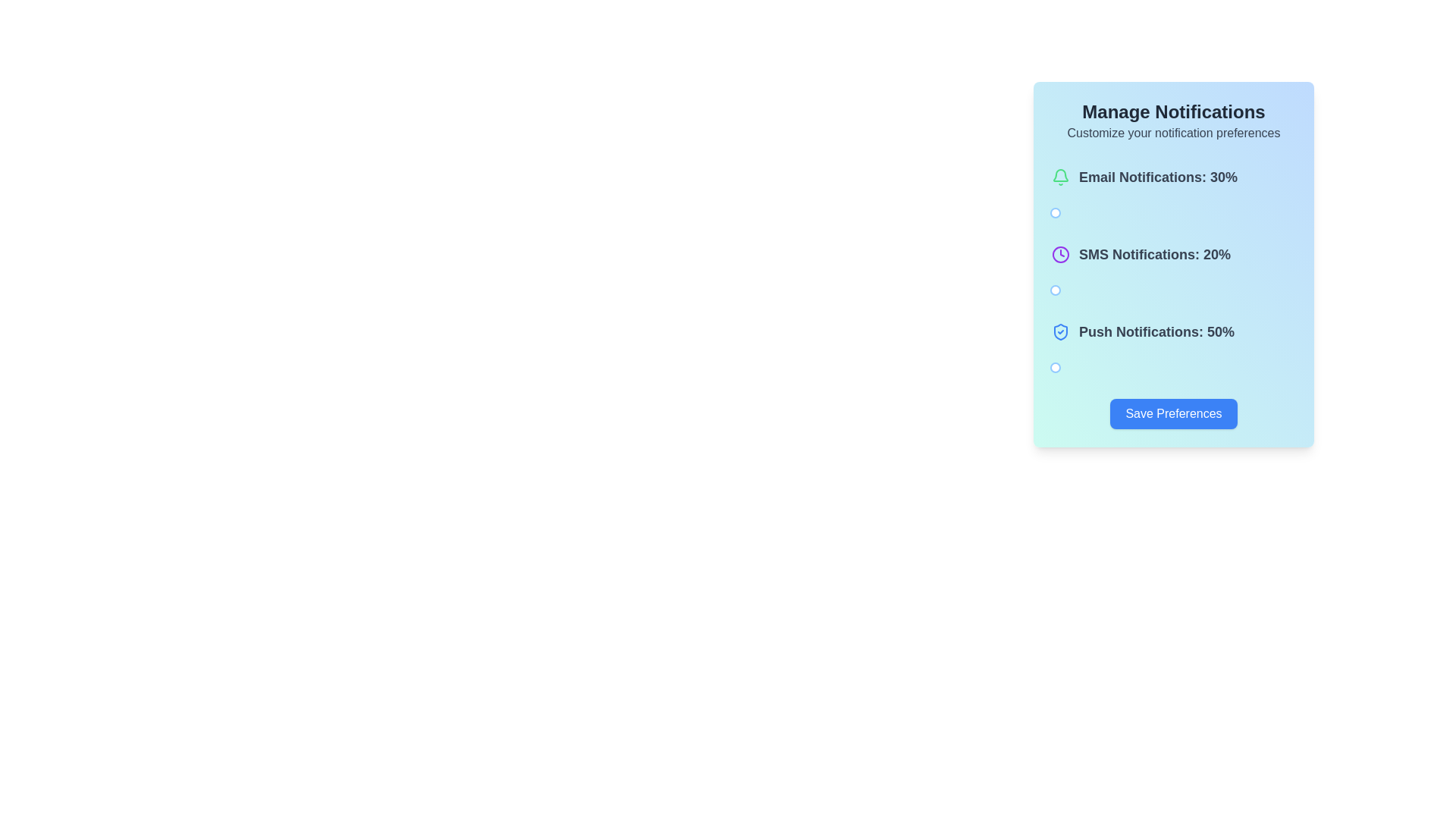  Describe the element at coordinates (1153, 253) in the screenshot. I see `the SMS notification preference text label, which is positioned below the 'Email Notifications: 30%' text and above the 'Push Notifications: 50%' text, located in the center-right portion of the card layout` at that location.